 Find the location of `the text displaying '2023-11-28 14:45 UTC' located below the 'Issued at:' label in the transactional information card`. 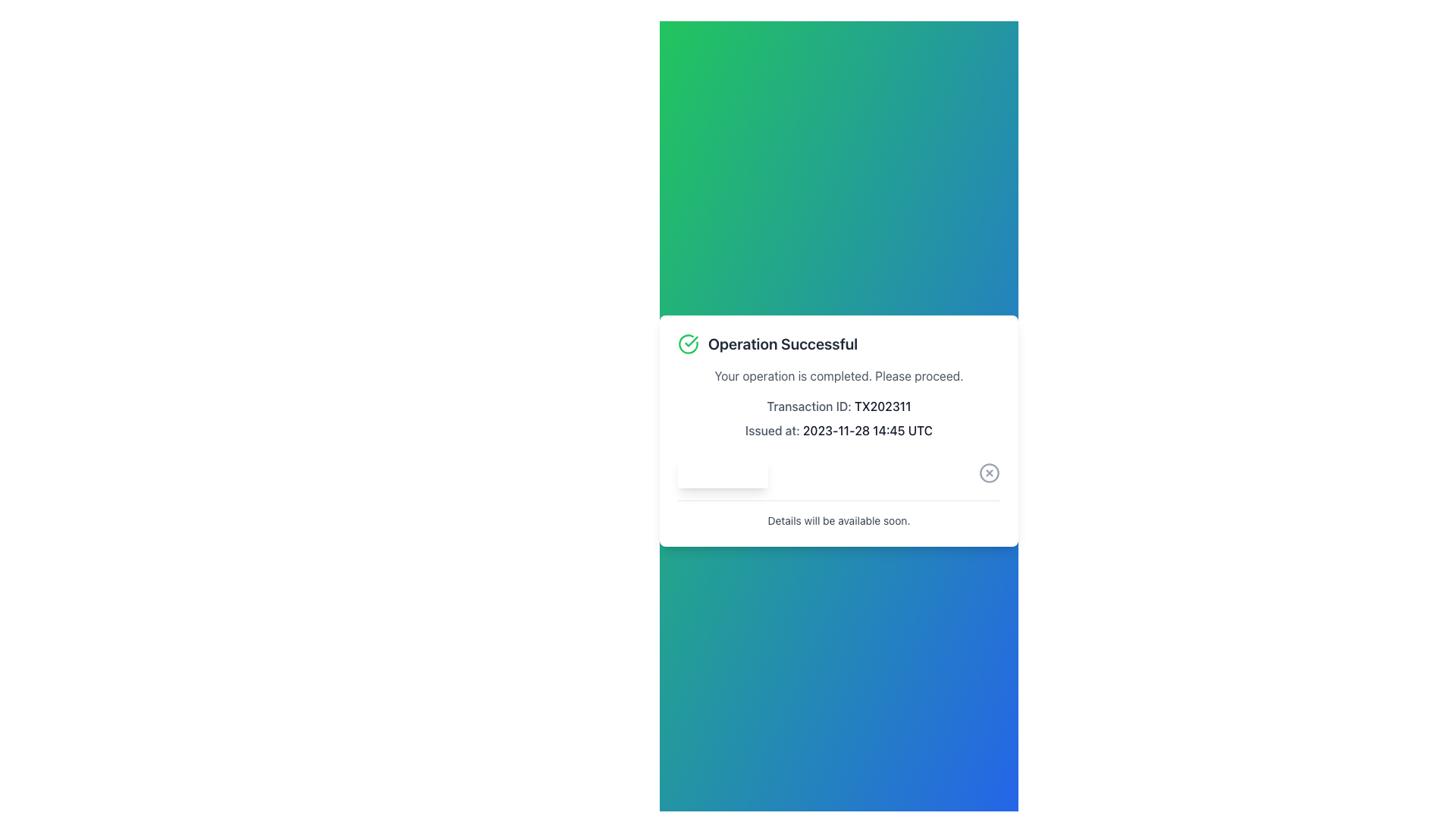

the text displaying '2023-11-28 14:45 UTC' located below the 'Issued at:' label in the transactional information card is located at coordinates (868, 430).